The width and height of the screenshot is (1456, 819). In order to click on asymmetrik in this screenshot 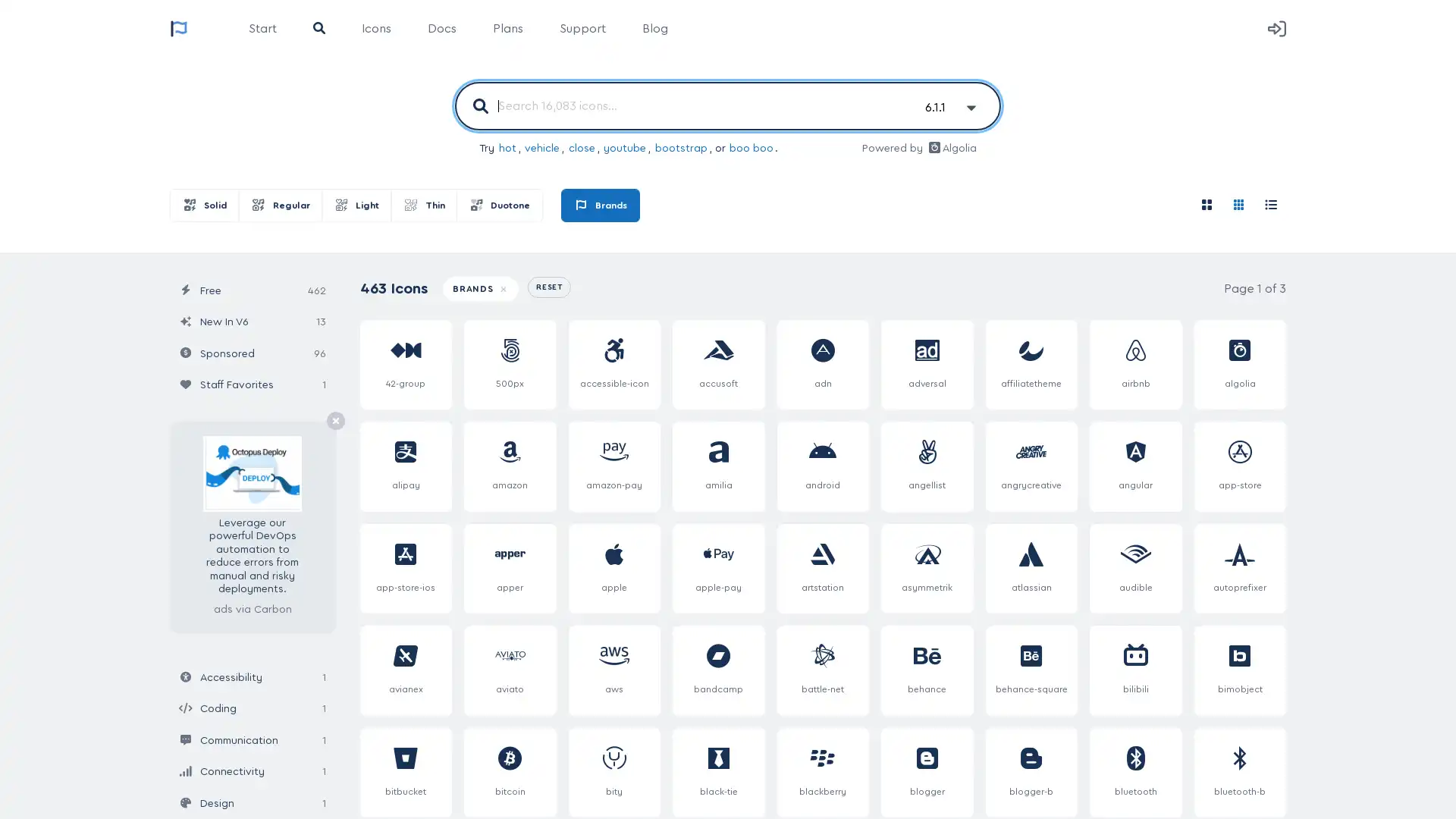, I will do `click(926, 579)`.